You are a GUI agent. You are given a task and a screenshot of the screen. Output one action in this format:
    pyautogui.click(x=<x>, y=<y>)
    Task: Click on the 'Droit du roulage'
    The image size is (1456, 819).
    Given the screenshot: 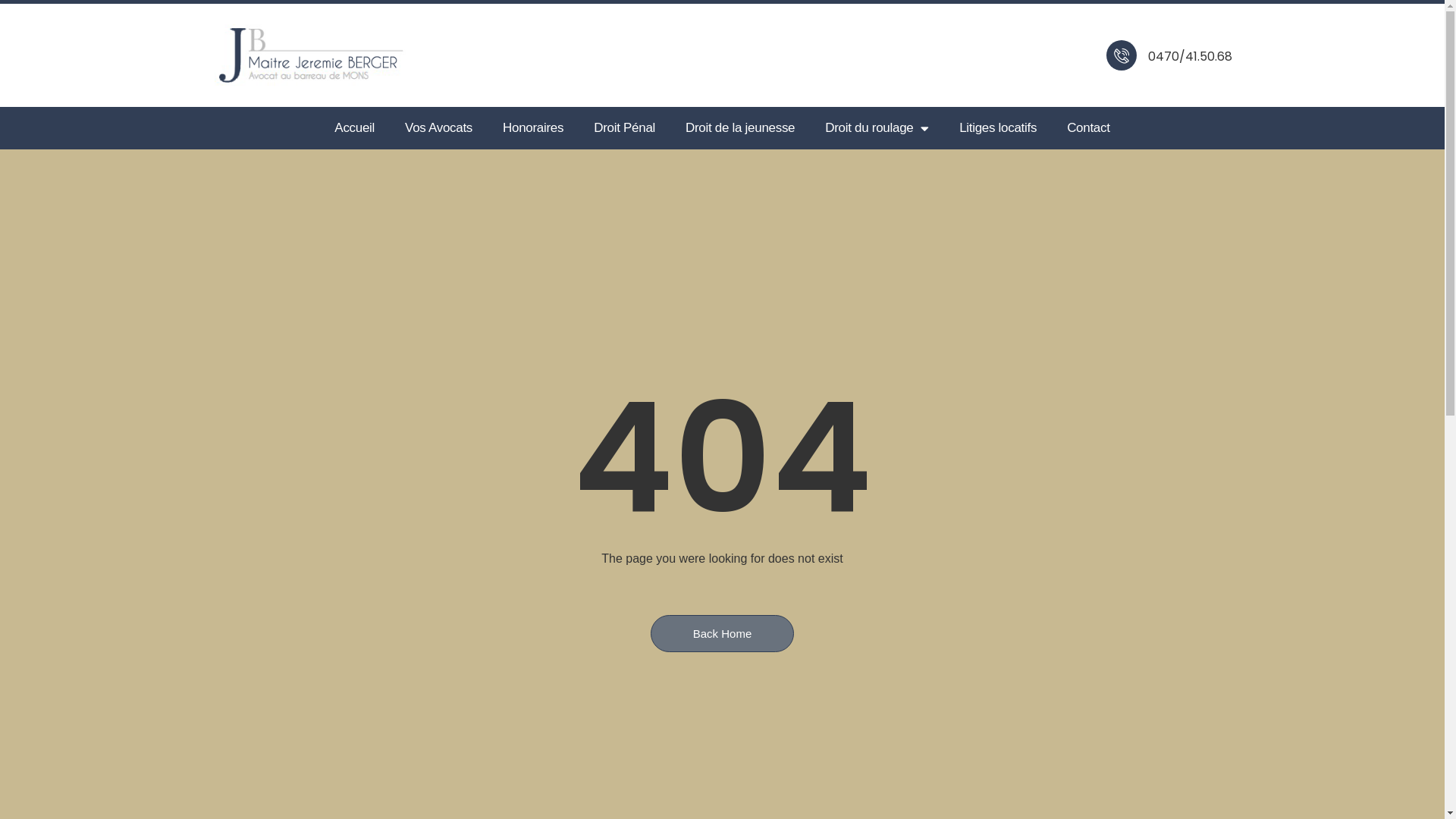 What is the action you would take?
    pyautogui.click(x=877, y=127)
    